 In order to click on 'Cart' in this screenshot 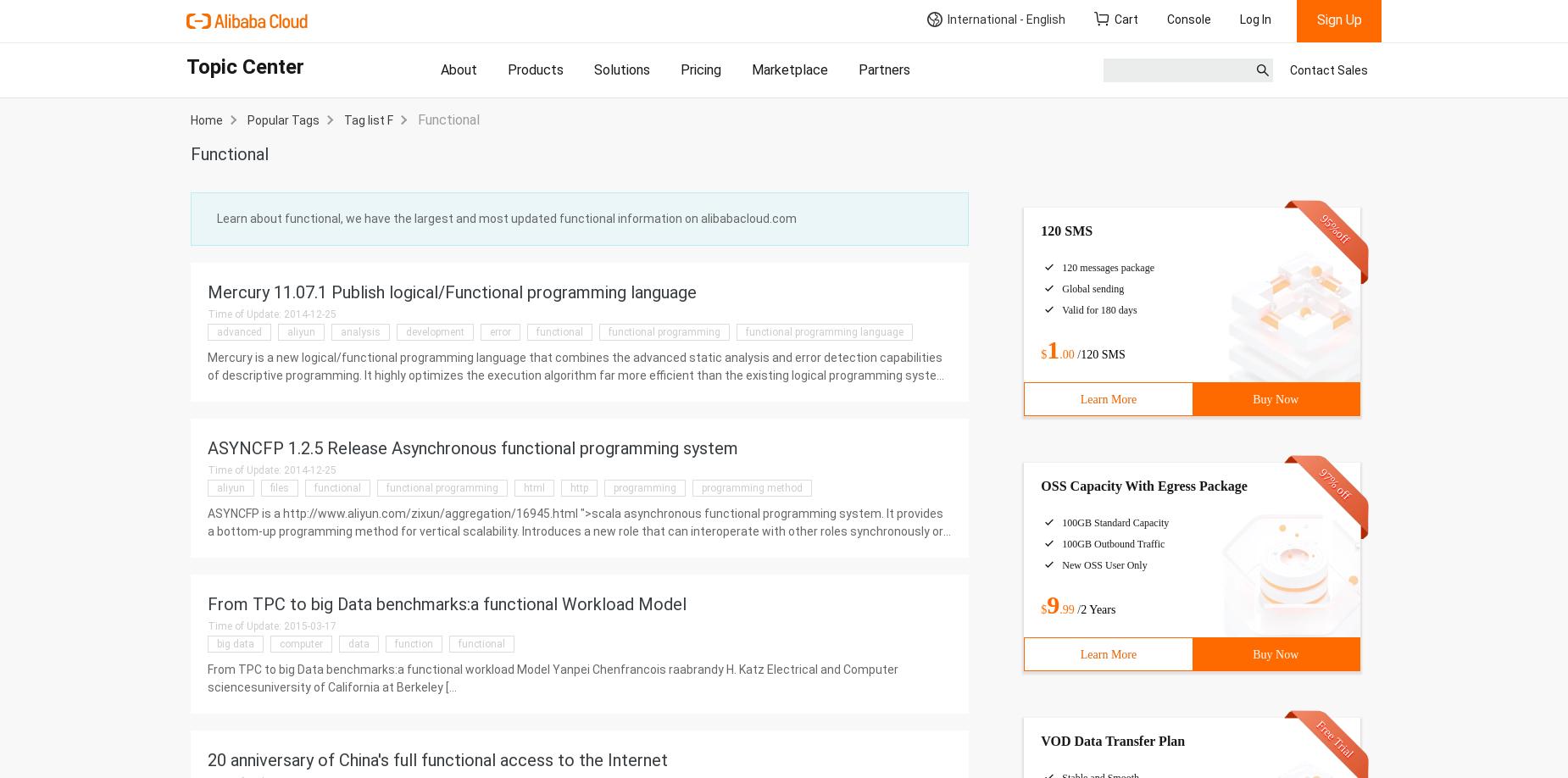, I will do `click(1126, 19)`.